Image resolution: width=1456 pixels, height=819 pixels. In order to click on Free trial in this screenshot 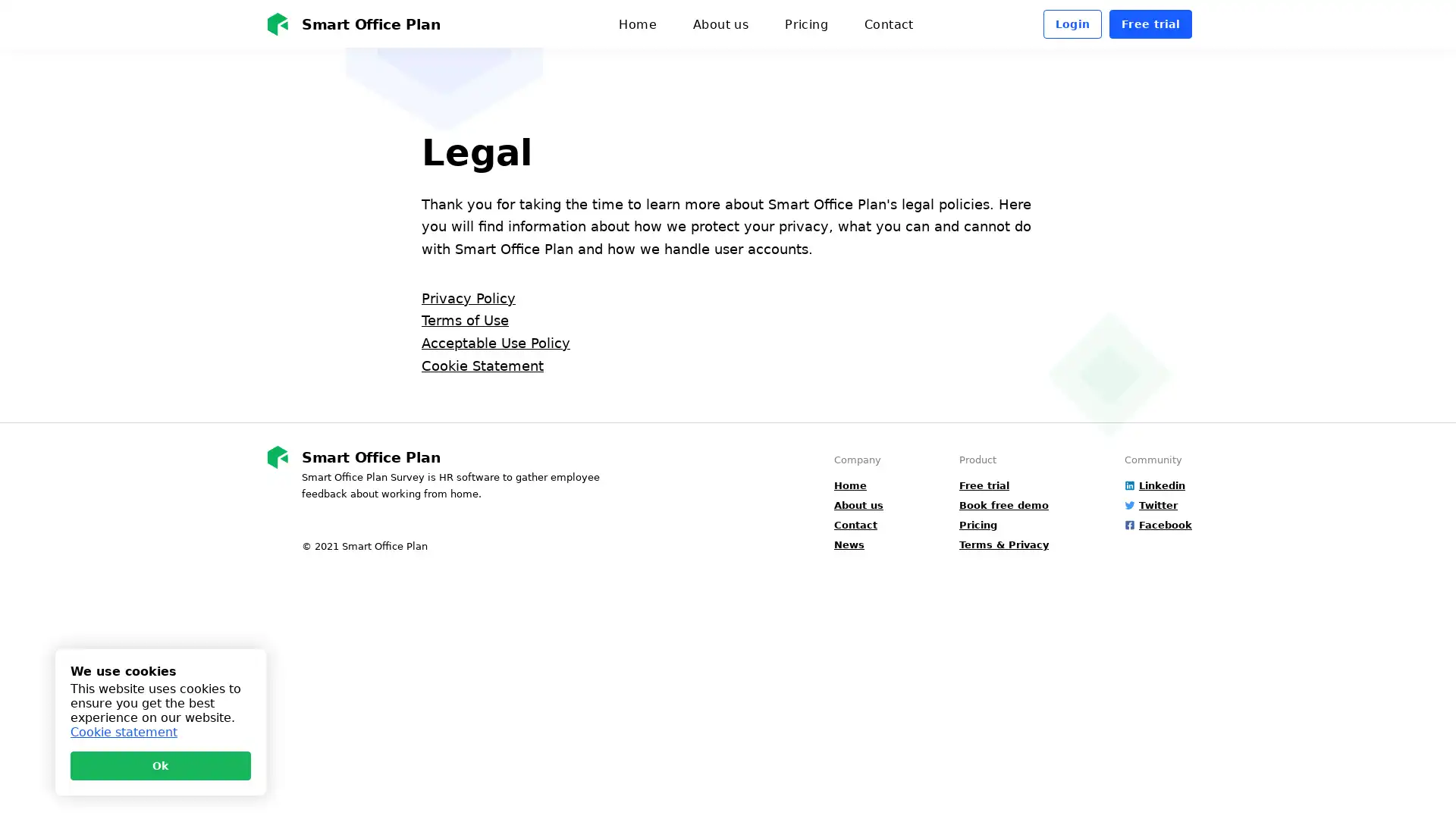, I will do `click(1150, 23)`.